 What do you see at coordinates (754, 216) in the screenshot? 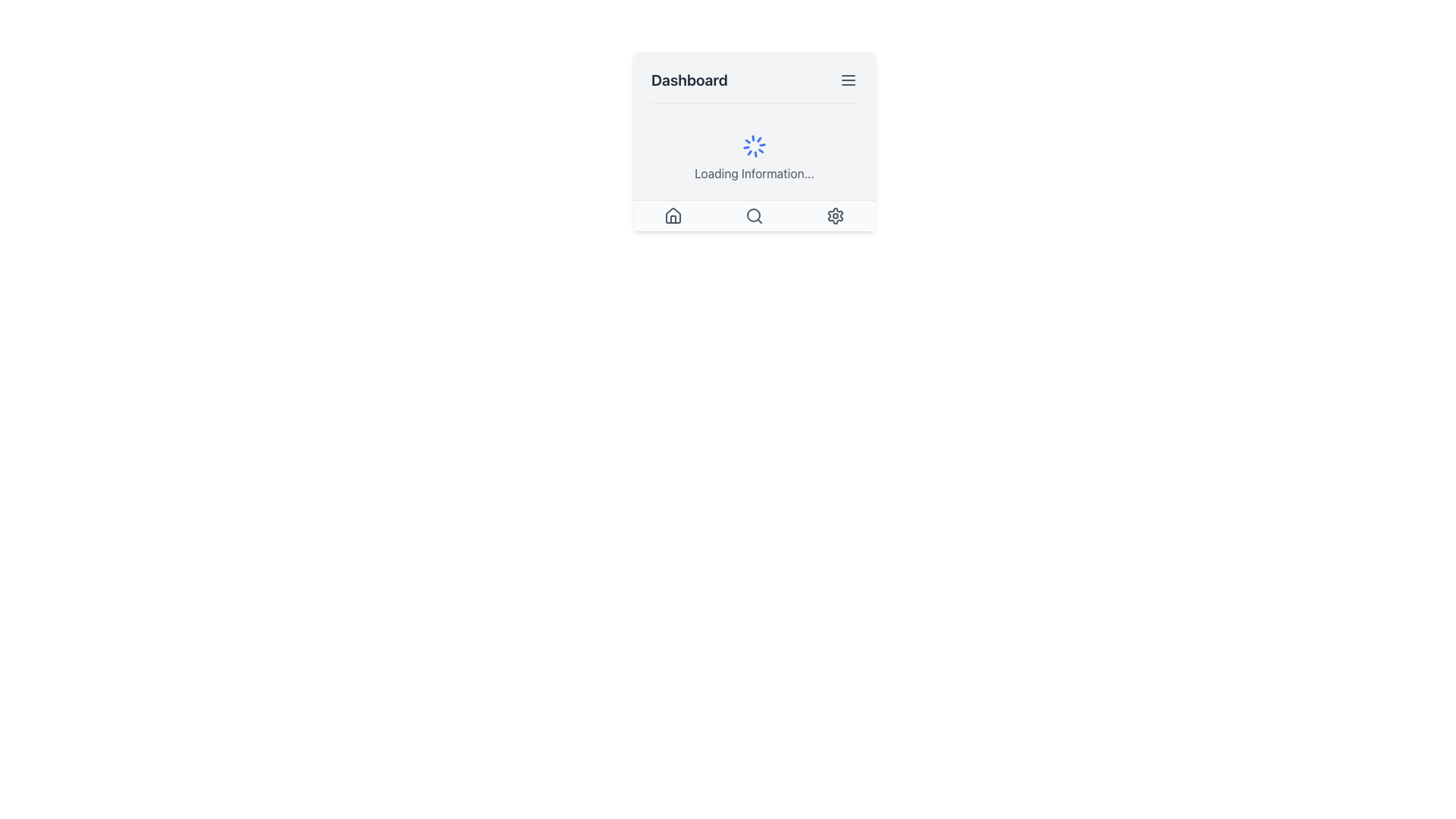
I see `the Search Button icon, depicted as a magnifying glass with a circular frame, located in the bottom navigation bar between the house and settings icons` at bounding box center [754, 216].